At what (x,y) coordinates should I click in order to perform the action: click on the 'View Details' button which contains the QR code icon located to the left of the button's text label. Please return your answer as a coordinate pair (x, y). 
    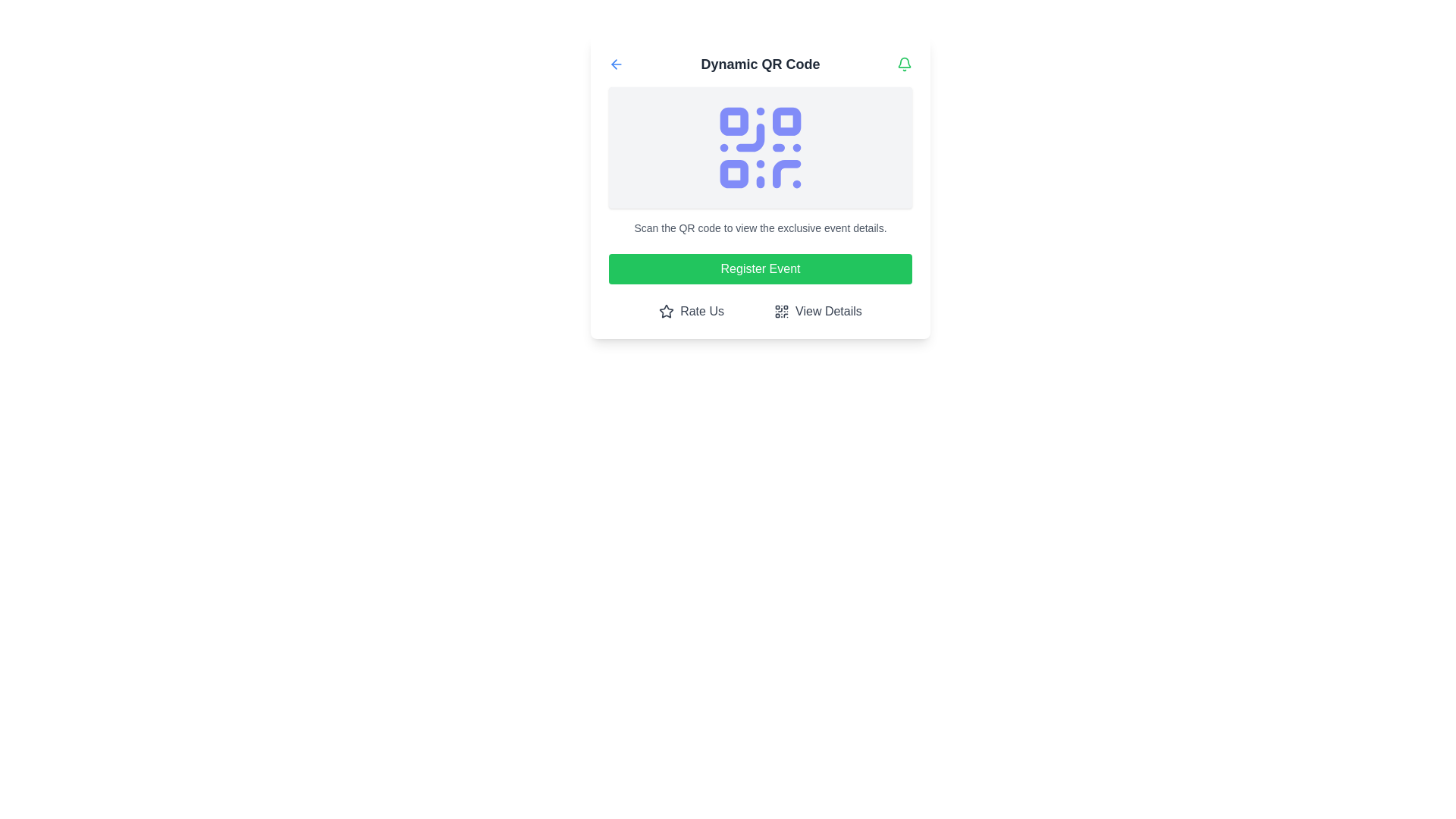
    Looking at the image, I should click on (782, 311).